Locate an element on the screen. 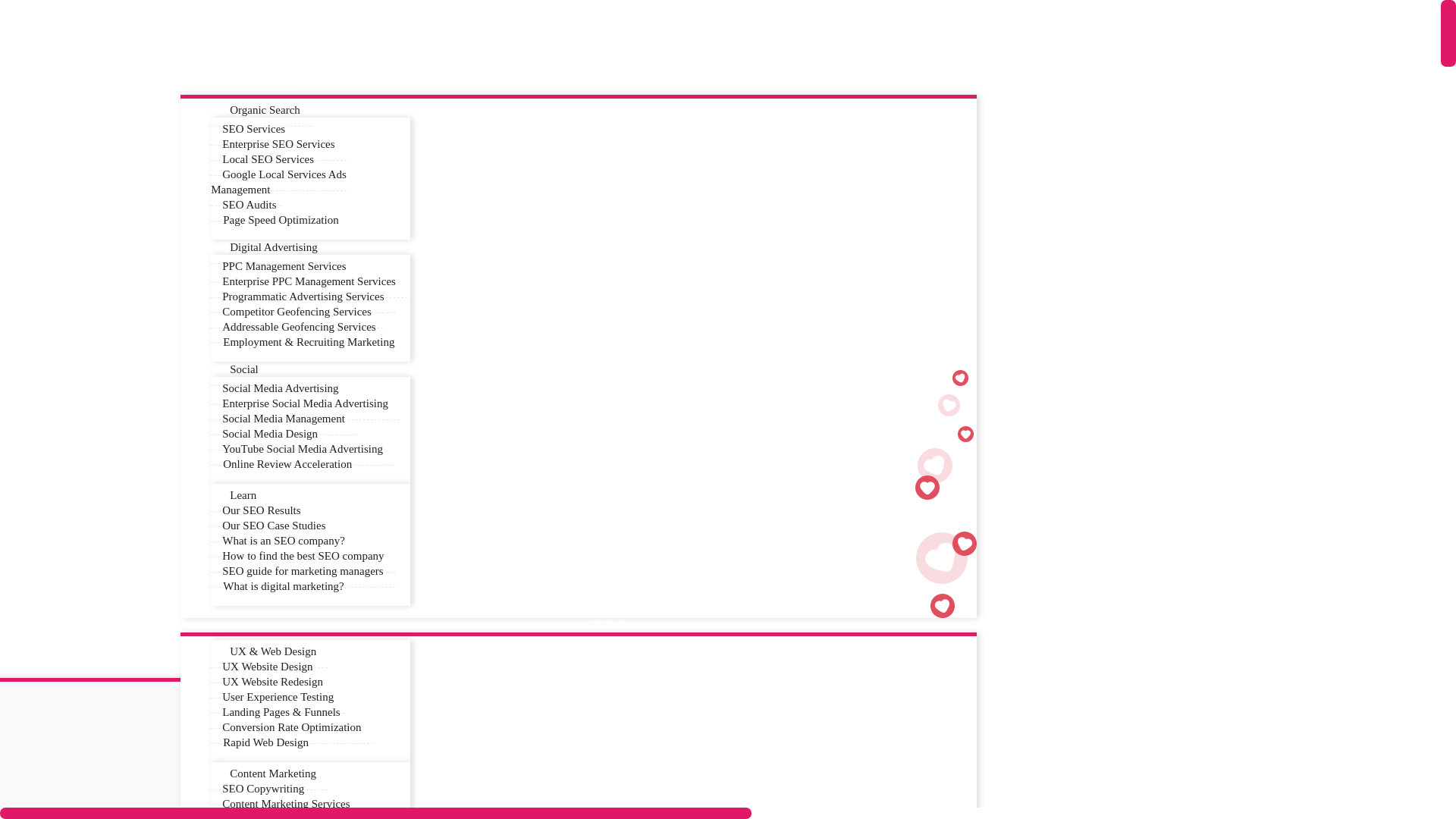 The height and width of the screenshot is (819, 1456). 'What is digital marketing?' is located at coordinates (210, 585).